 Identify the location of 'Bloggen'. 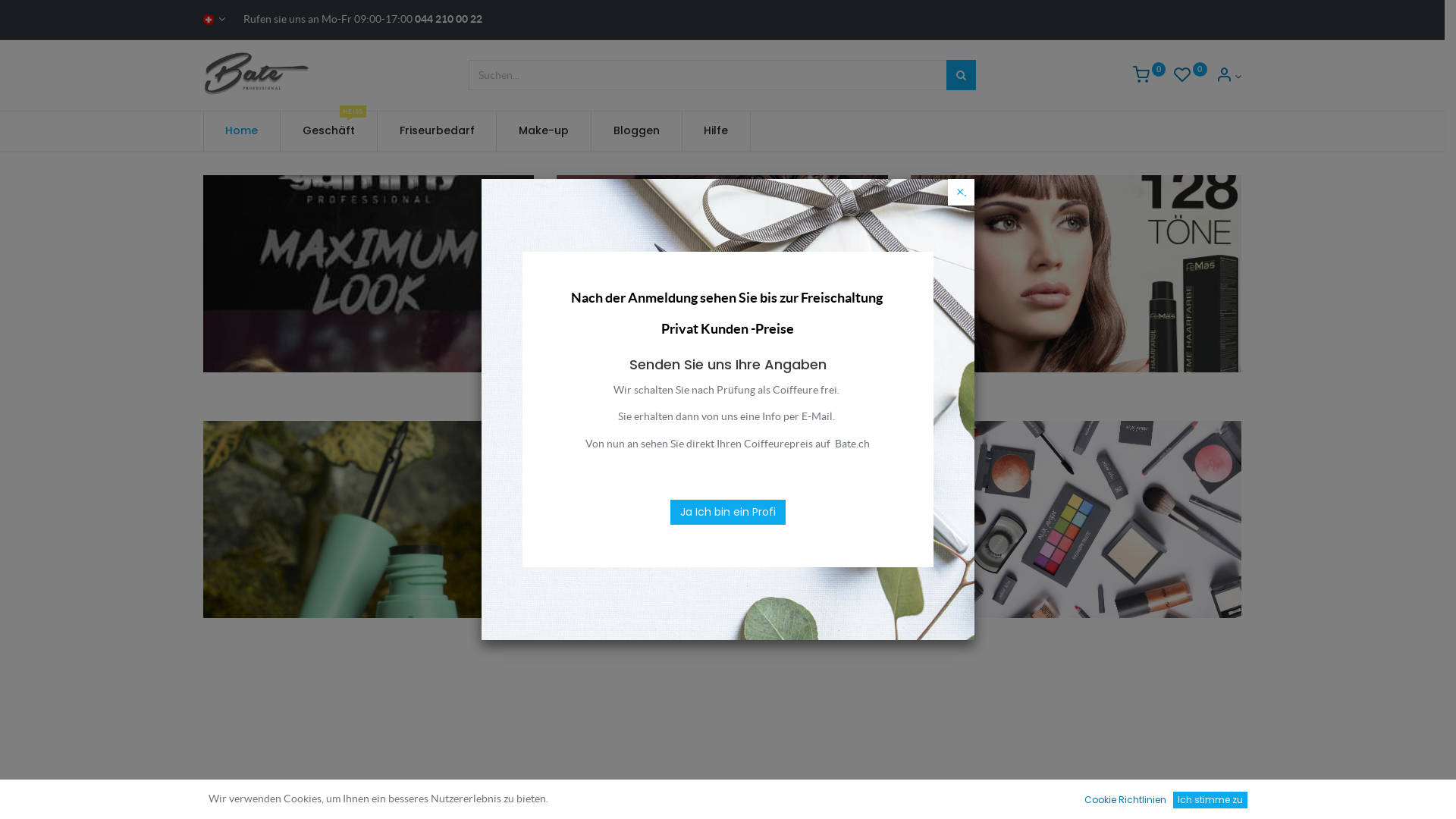
(636, 130).